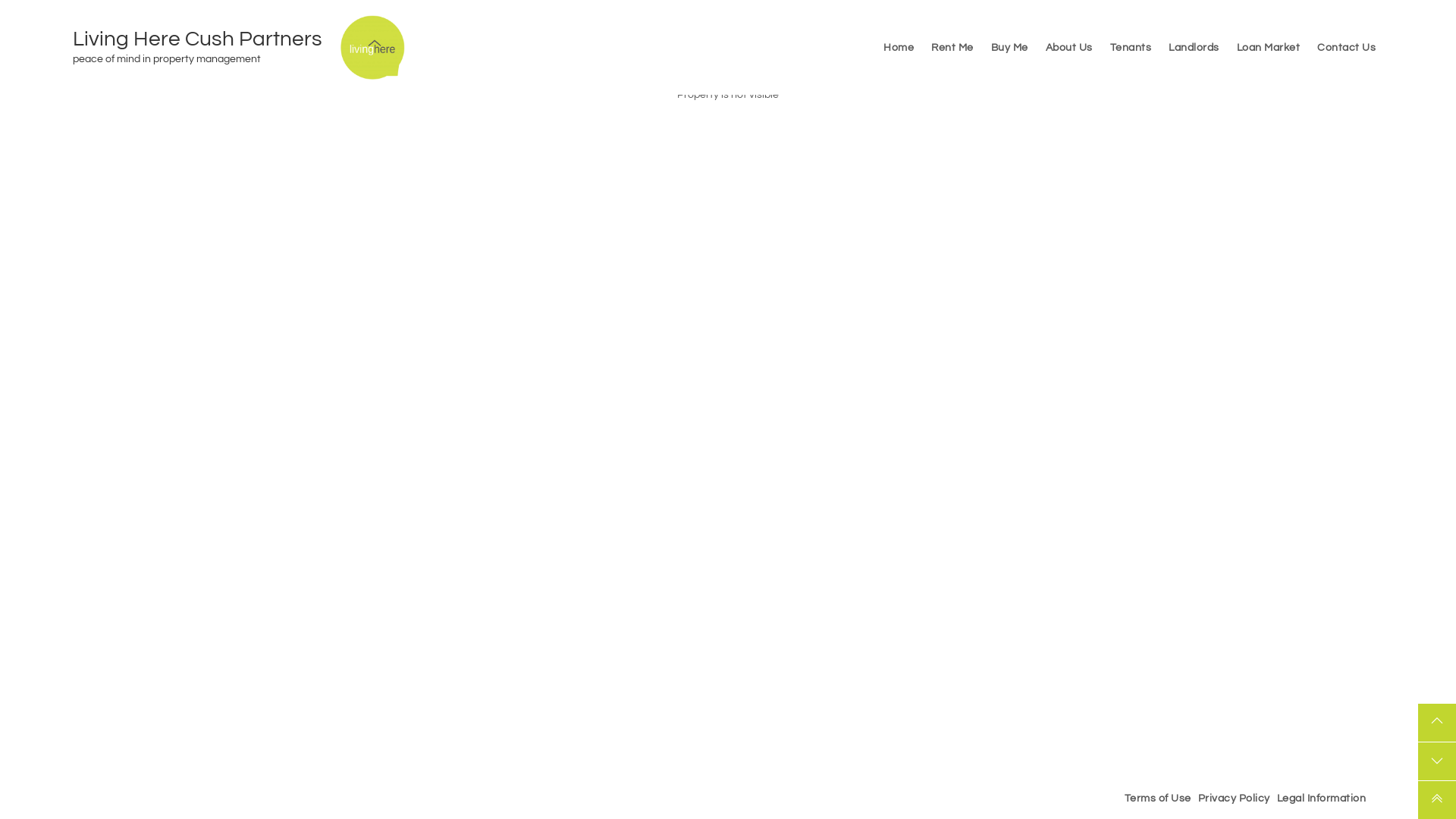  I want to click on 'Contact Us', so click(1346, 45).